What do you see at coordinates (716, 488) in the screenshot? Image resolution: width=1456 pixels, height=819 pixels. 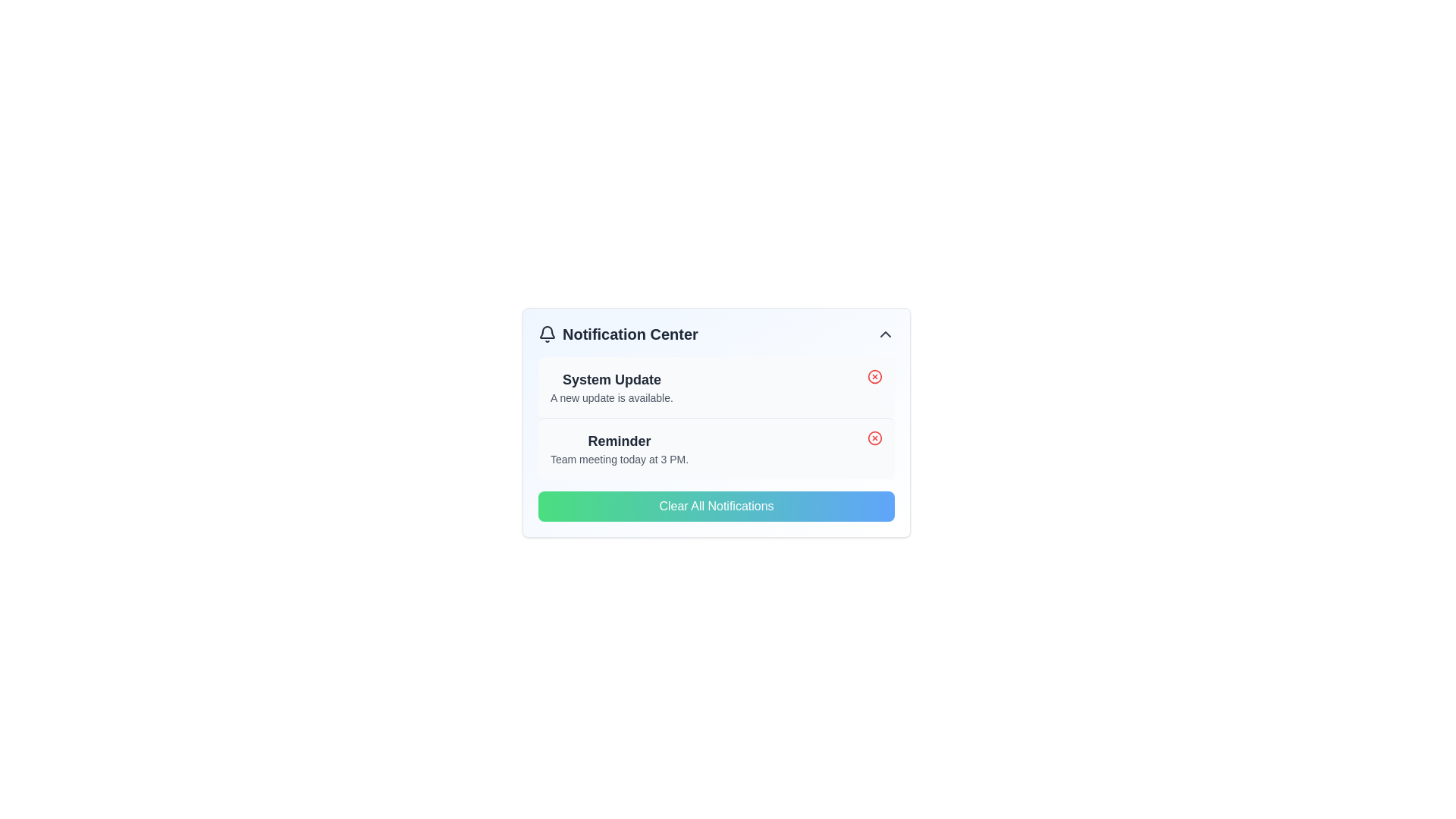 I see `the 'Clear All Notifications' button located at the bottom of the notification center, which has a white background and contains interactive content` at bounding box center [716, 488].